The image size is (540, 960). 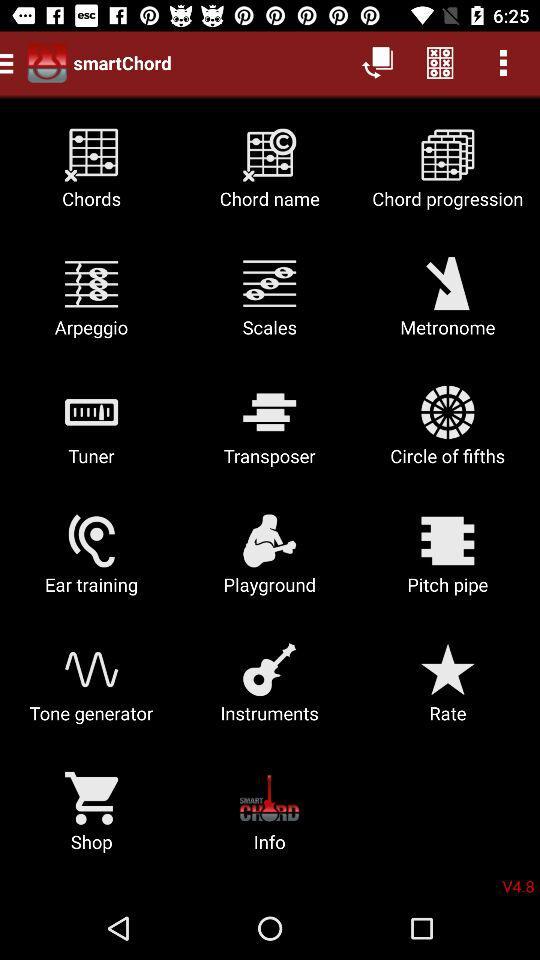 I want to click on the item to the left of the playground icon, so click(x=90, y=561).